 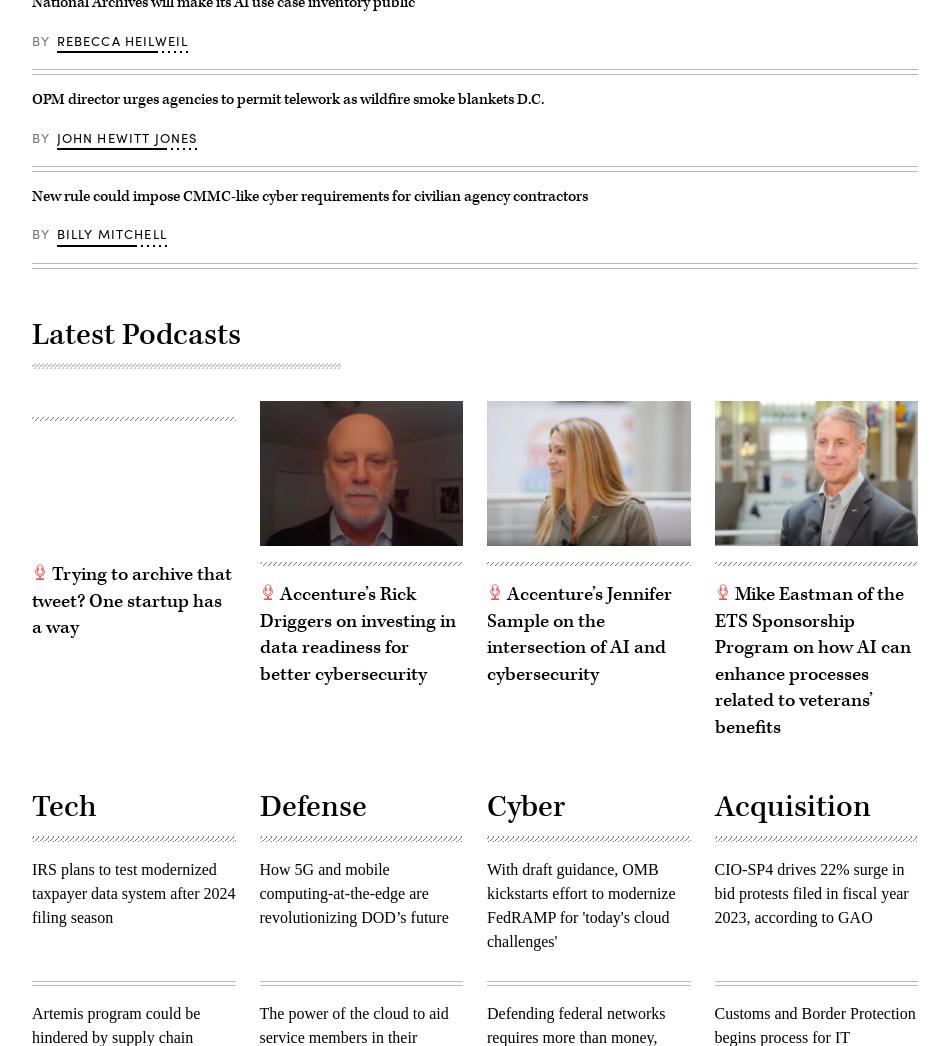 What do you see at coordinates (579, 632) in the screenshot?
I see `'Accenture’s Jennifer Sample on the intersection of AI and cybersecurity'` at bounding box center [579, 632].